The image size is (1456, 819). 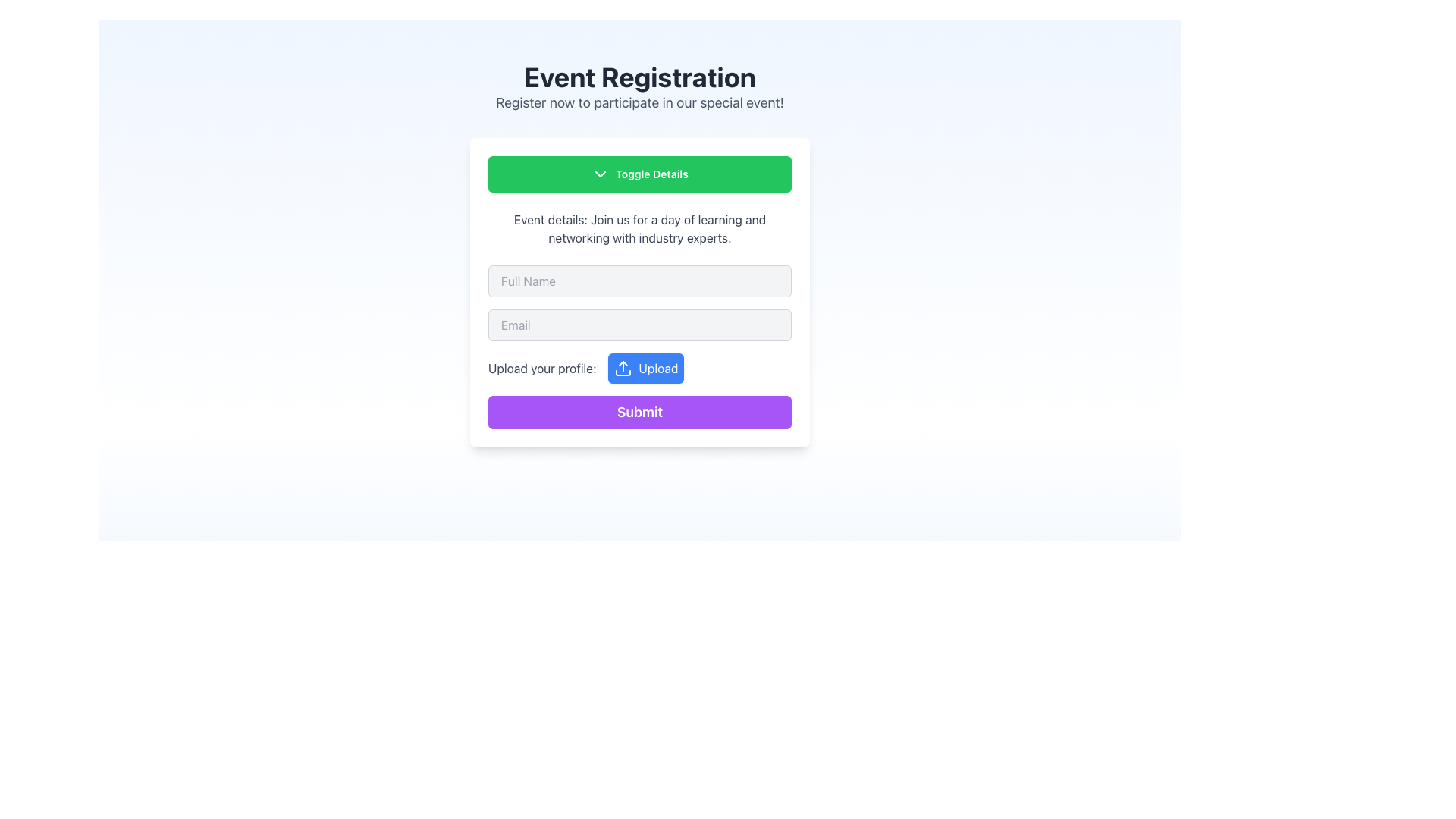 I want to click on the decorative graphic of the upload icon, which is a curved line resembling the bottom portion of a rectangle with rounded corners, located to the left of the 'Upload' text in the registration form, so click(x=623, y=373).